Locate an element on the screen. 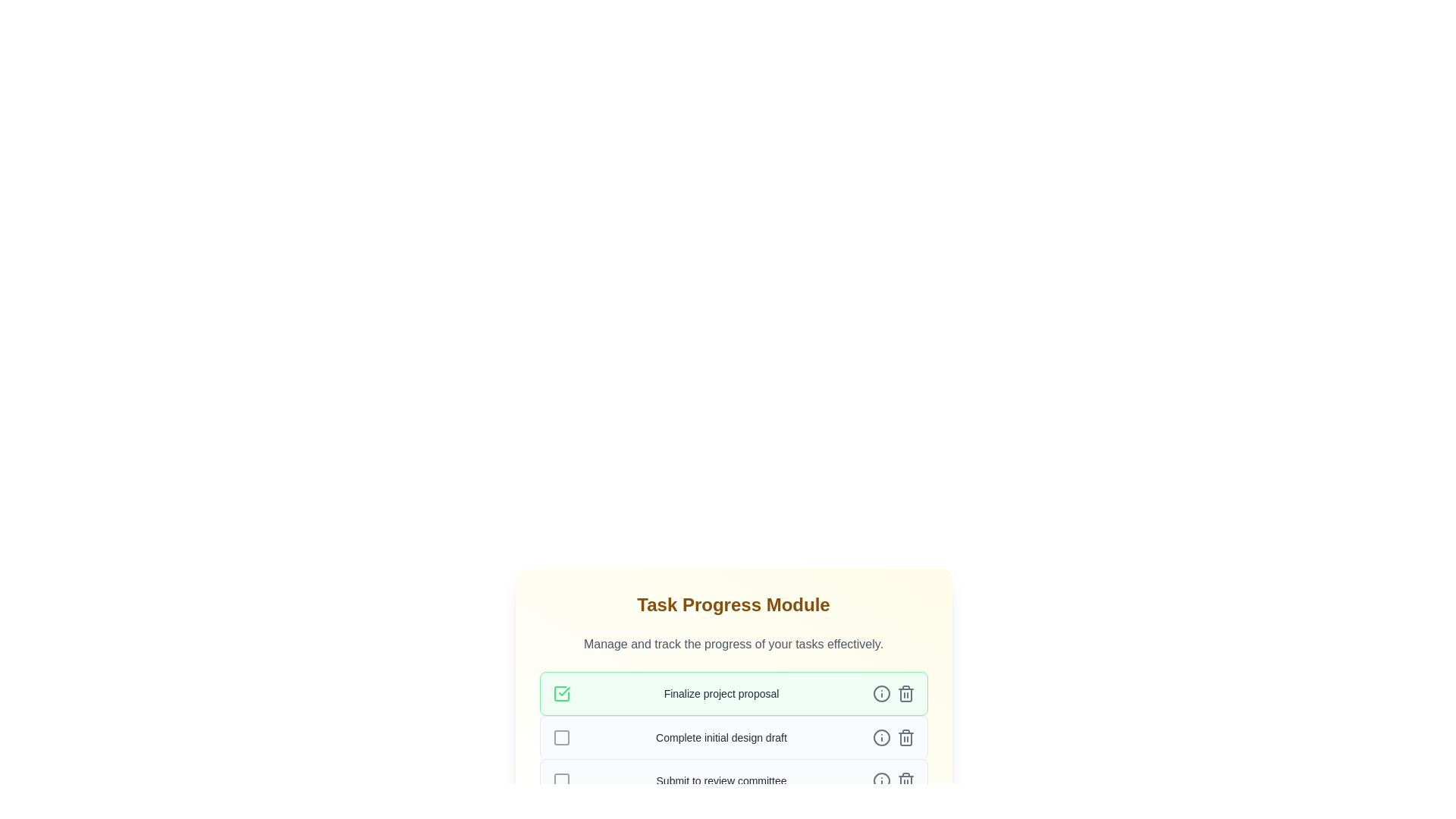  the green checkbox icon with a checkmark indicating a completed task for the 'Finalize project proposal' task in the Task Progress Module is located at coordinates (560, 693).